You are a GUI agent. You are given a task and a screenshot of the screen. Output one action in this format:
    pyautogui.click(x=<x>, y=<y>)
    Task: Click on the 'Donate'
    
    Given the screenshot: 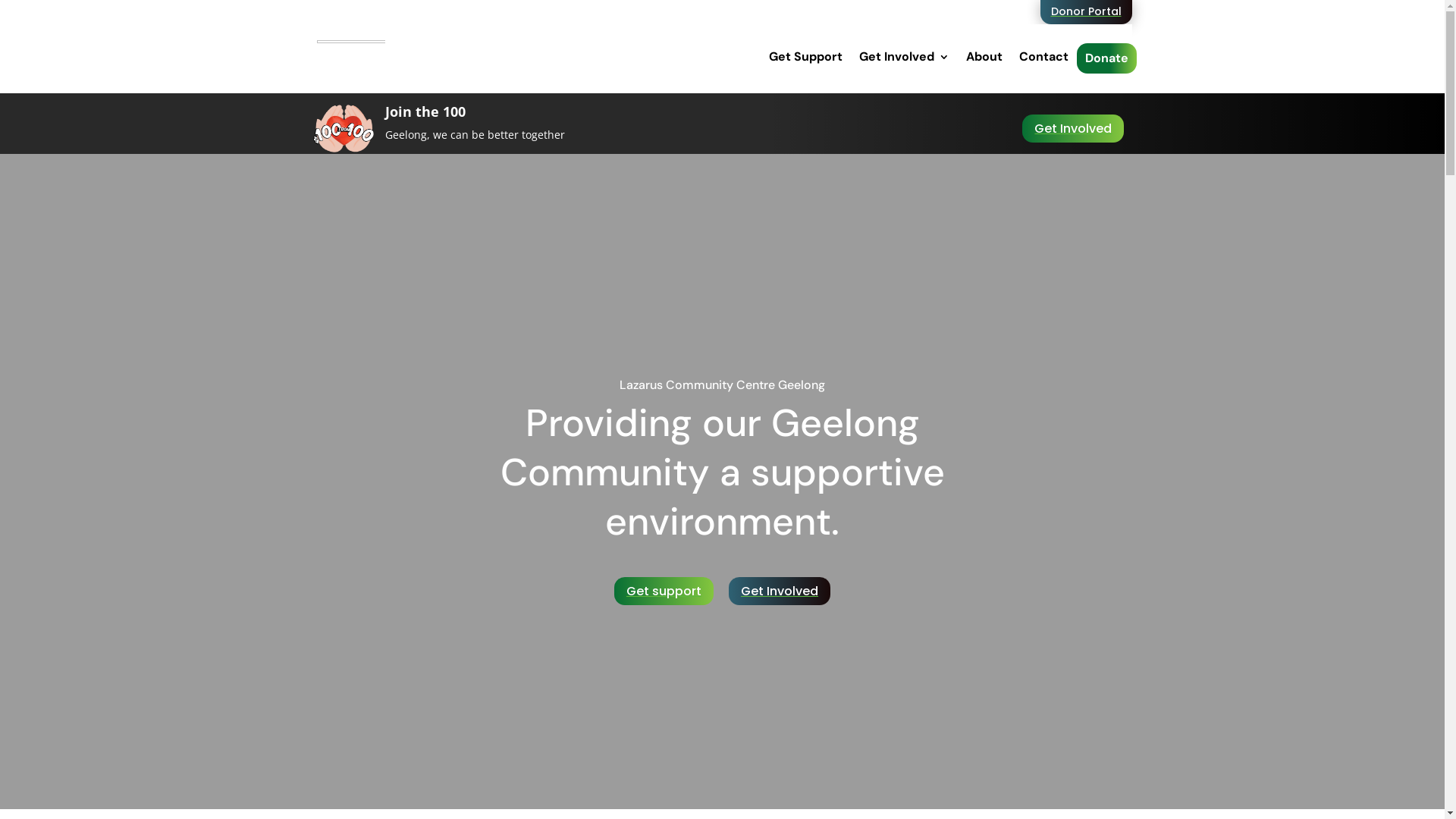 What is the action you would take?
    pyautogui.click(x=1084, y=58)
    